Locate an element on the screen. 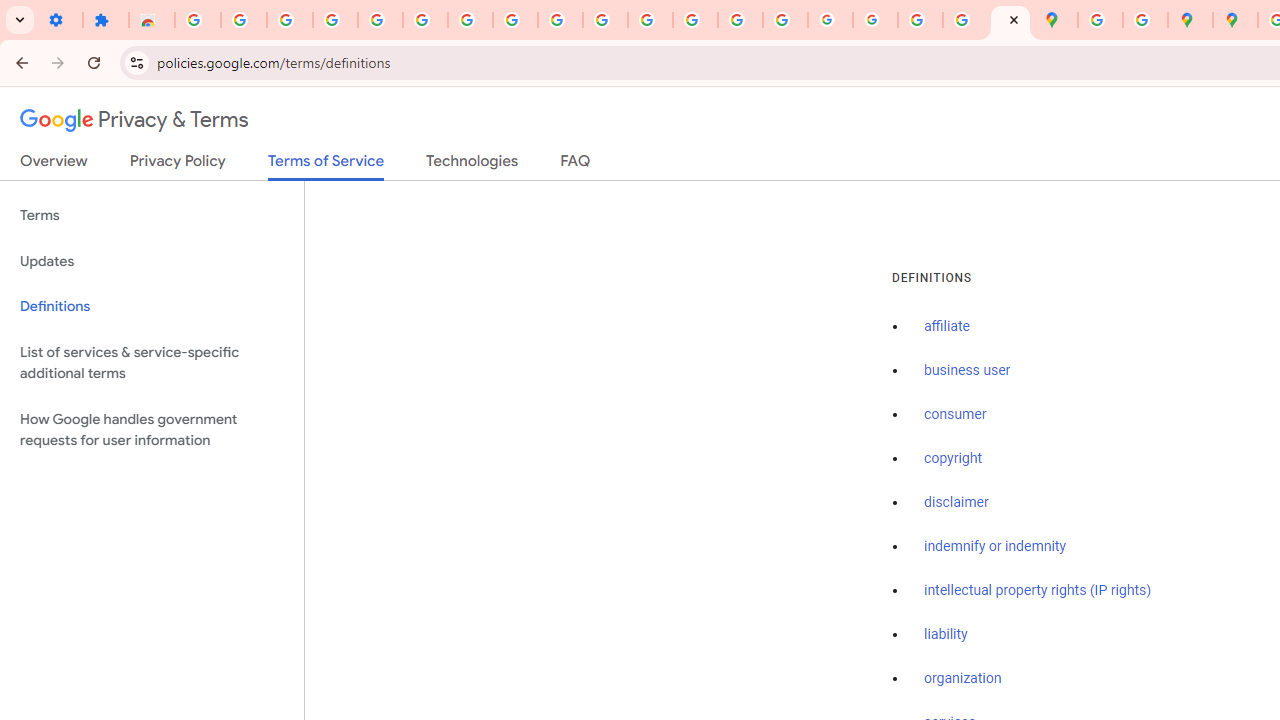 The height and width of the screenshot is (720, 1280). 'Settings - On startup' is located at coordinates (60, 20).